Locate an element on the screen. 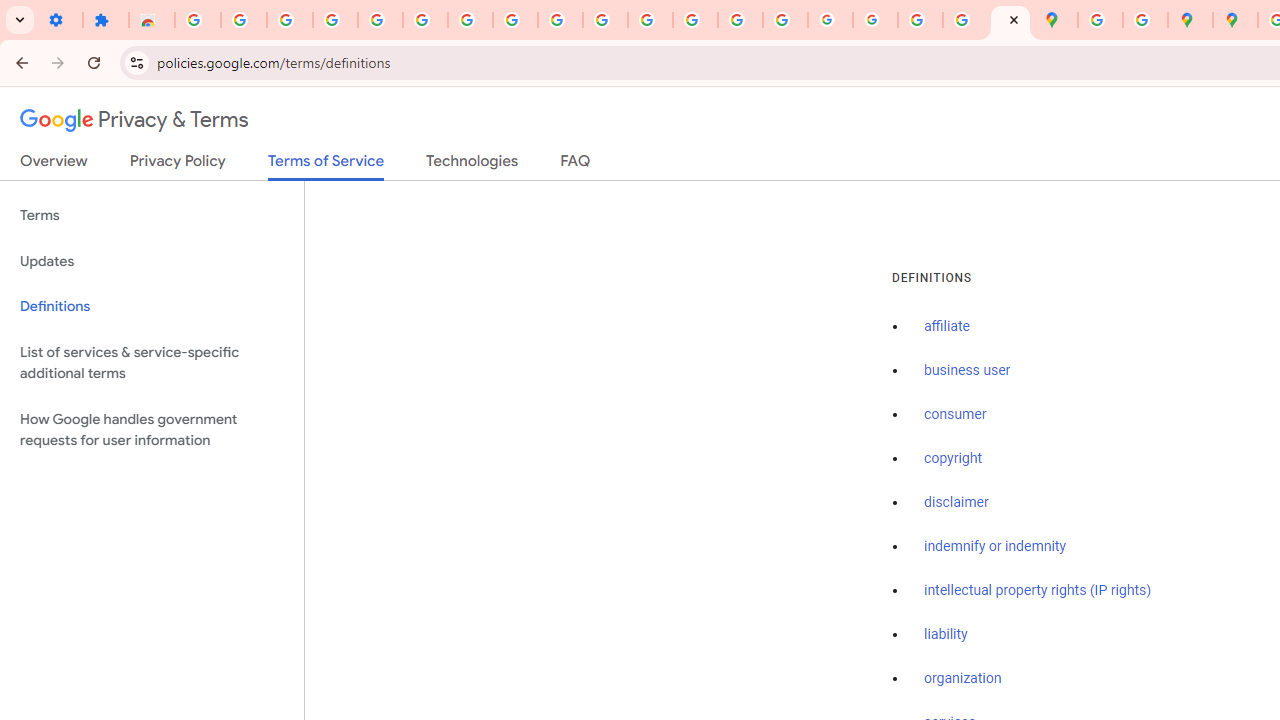 The height and width of the screenshot is (720, 1280). 'Settings - On startup' is located at coordinates (60, 20).